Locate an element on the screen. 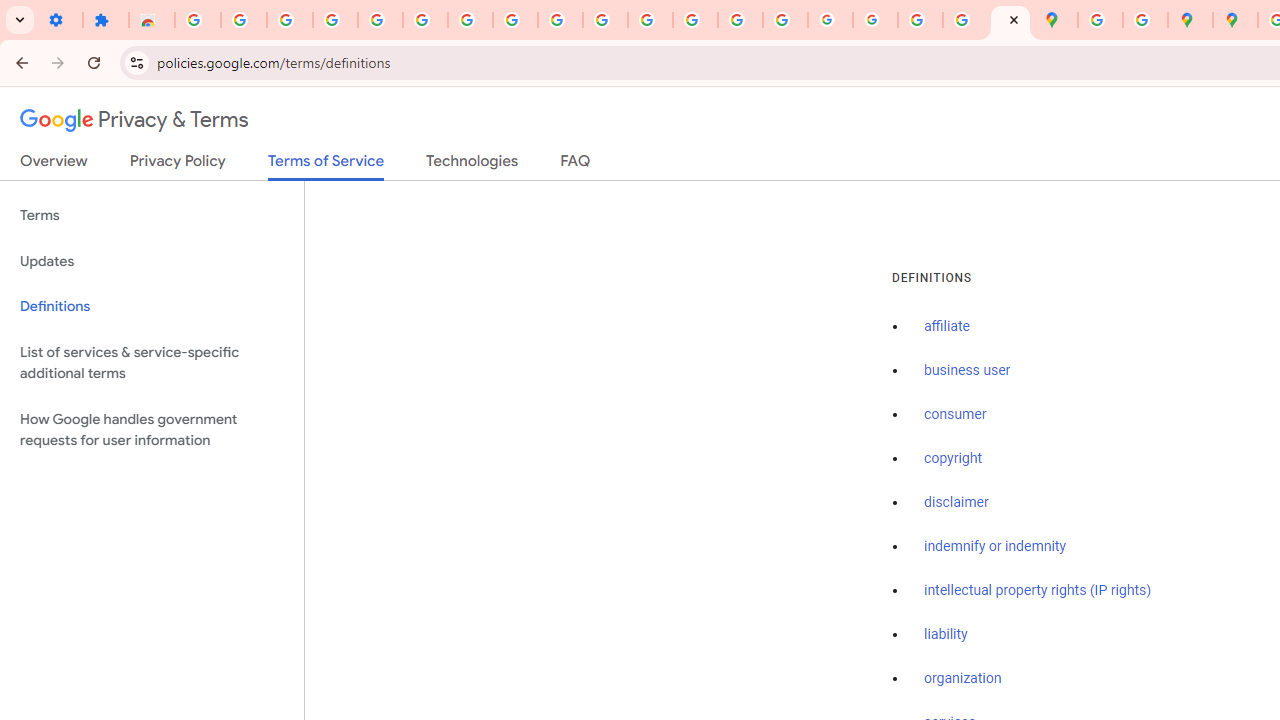 The height and width of the screenshot is (720, 1280). 'Settings - On startup' is located at coordinates (60, 20).